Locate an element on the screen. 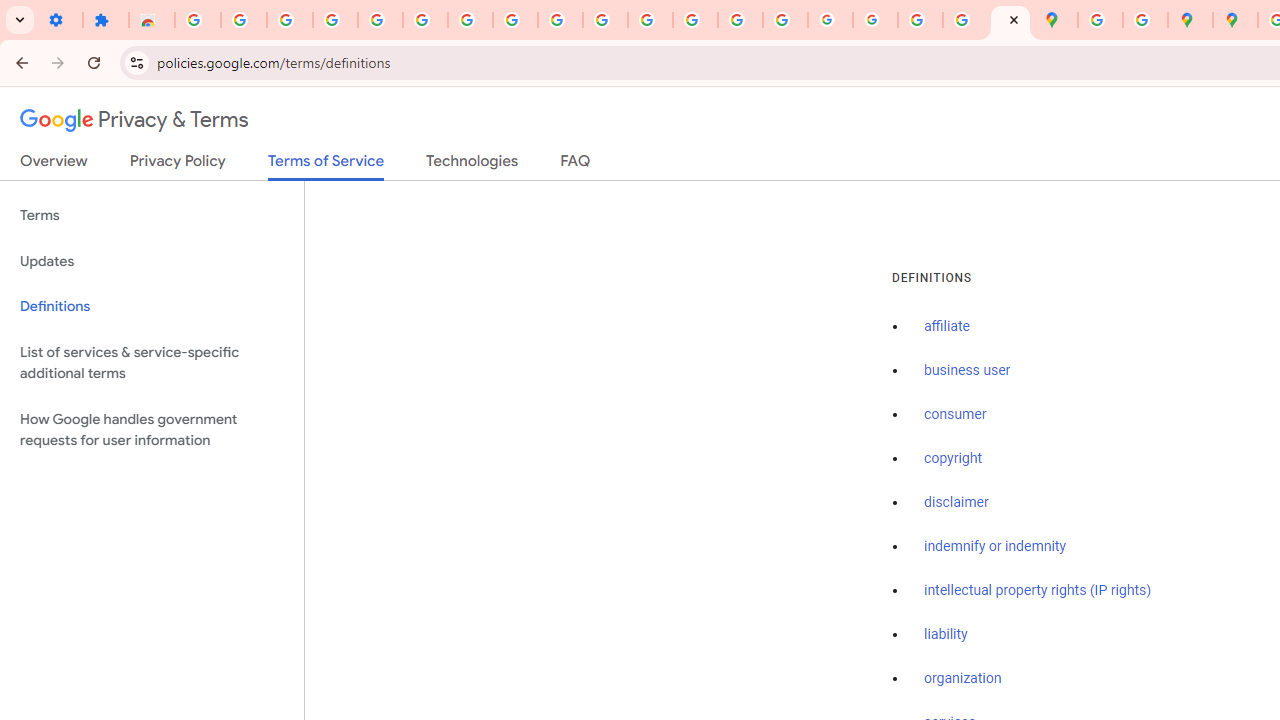 The height and width of the screenshot is (720, 1280). 'Settings - On startup' is located at coordinates (60, 20).